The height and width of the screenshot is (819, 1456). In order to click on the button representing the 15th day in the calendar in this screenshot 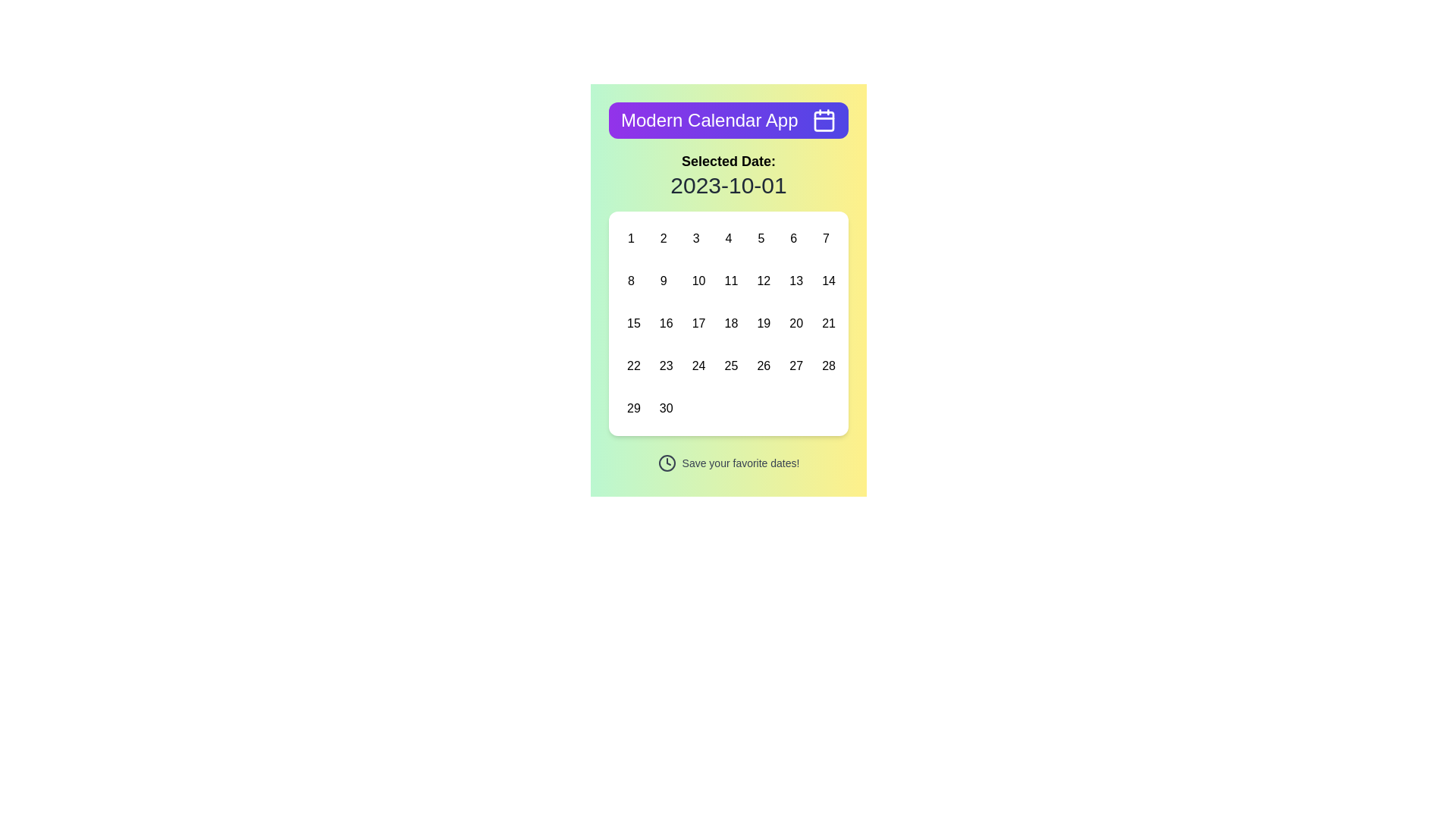, I will do `click(631, 323)`.